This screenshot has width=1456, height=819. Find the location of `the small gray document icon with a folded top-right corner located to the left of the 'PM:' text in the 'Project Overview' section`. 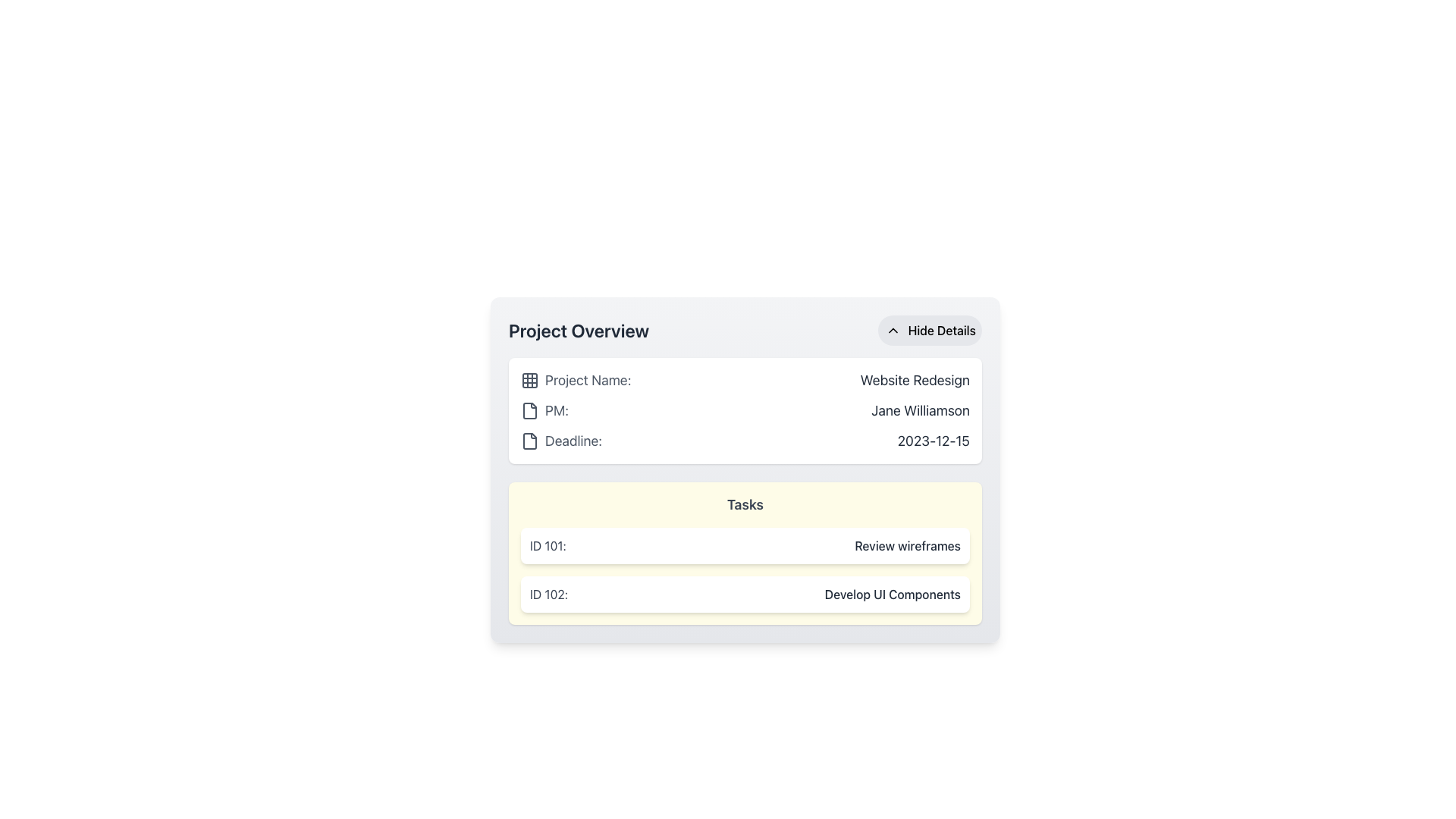

the small gray document icon with a folded top-right corner located to the left of the 'PM:' text in the 'Project Overview' section is located at coordinates (530, 411).